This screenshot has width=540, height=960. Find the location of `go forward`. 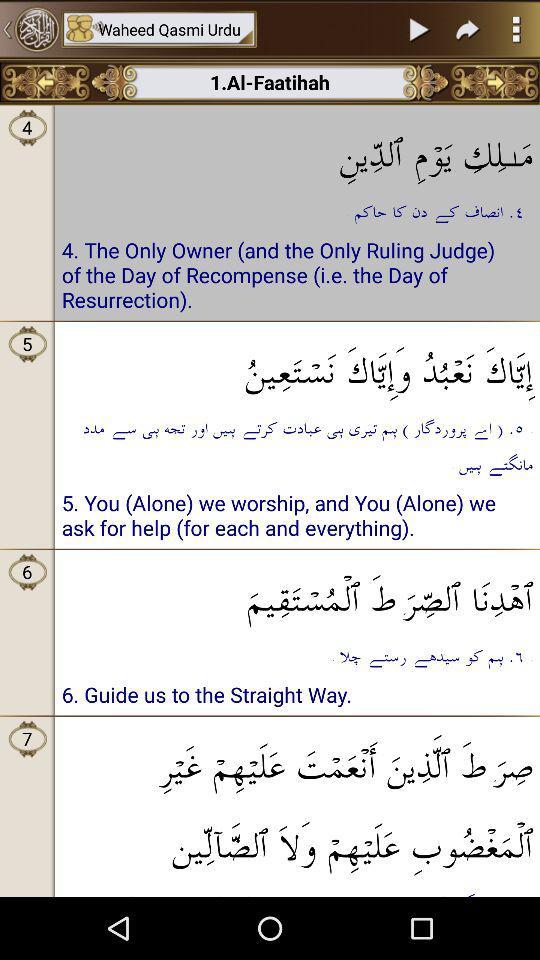

go forward is located at coordinates (493, 82).